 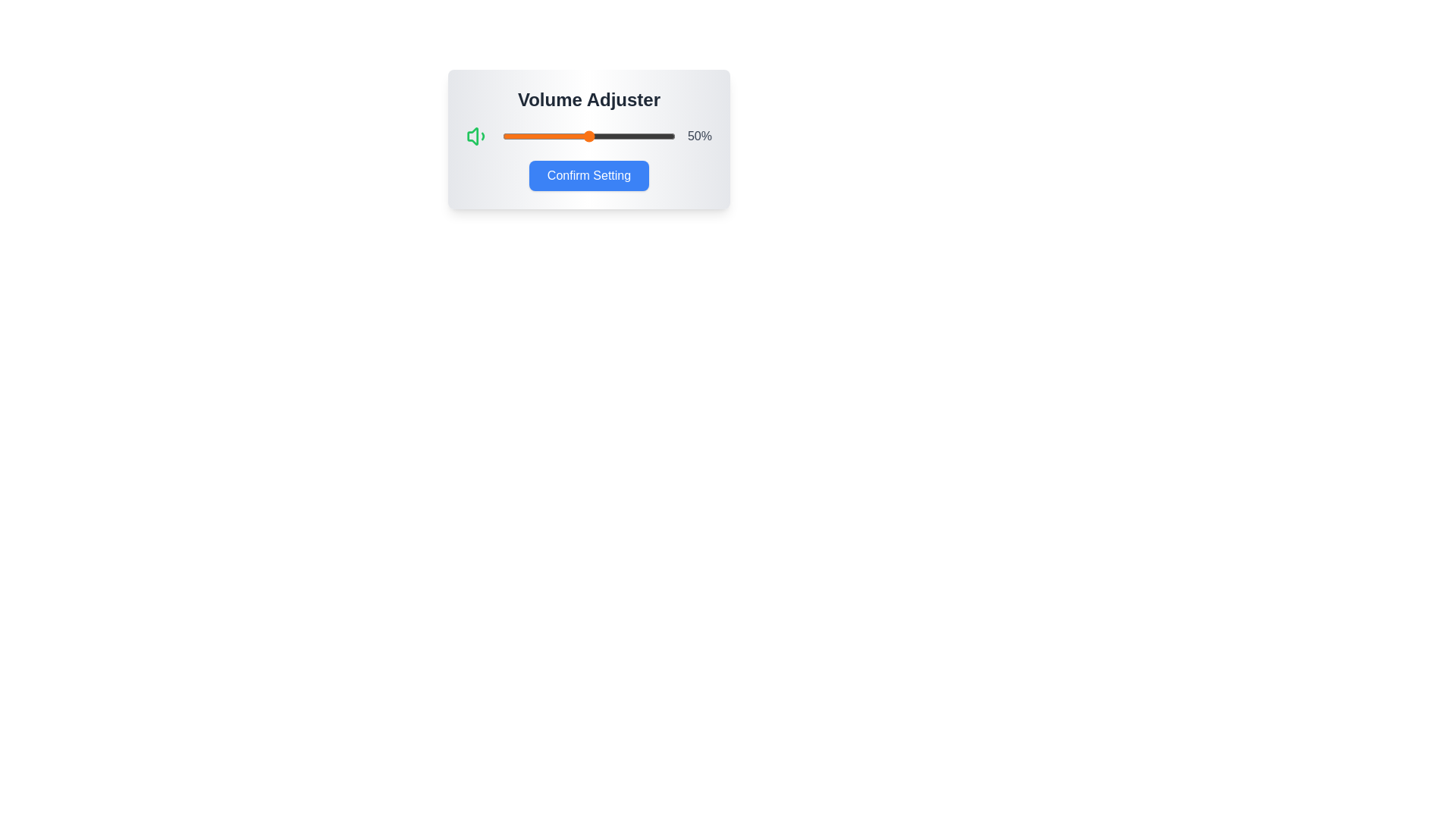 What do you see at coordinates (698, 136) in the screenshot?
I see `the displayed volume percentage text` at bounding box center [698, 136].